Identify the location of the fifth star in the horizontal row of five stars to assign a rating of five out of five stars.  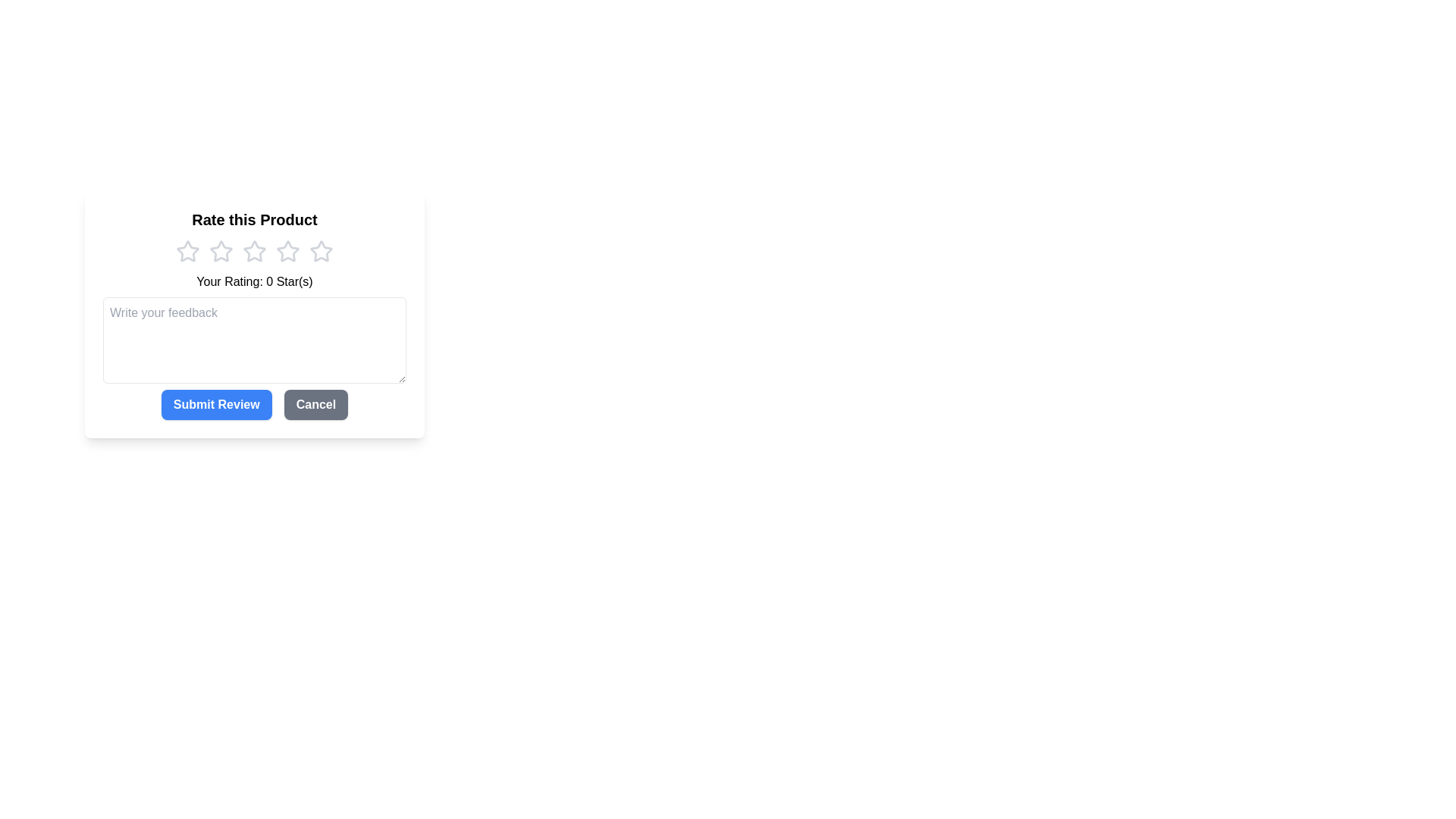
(319, 250).